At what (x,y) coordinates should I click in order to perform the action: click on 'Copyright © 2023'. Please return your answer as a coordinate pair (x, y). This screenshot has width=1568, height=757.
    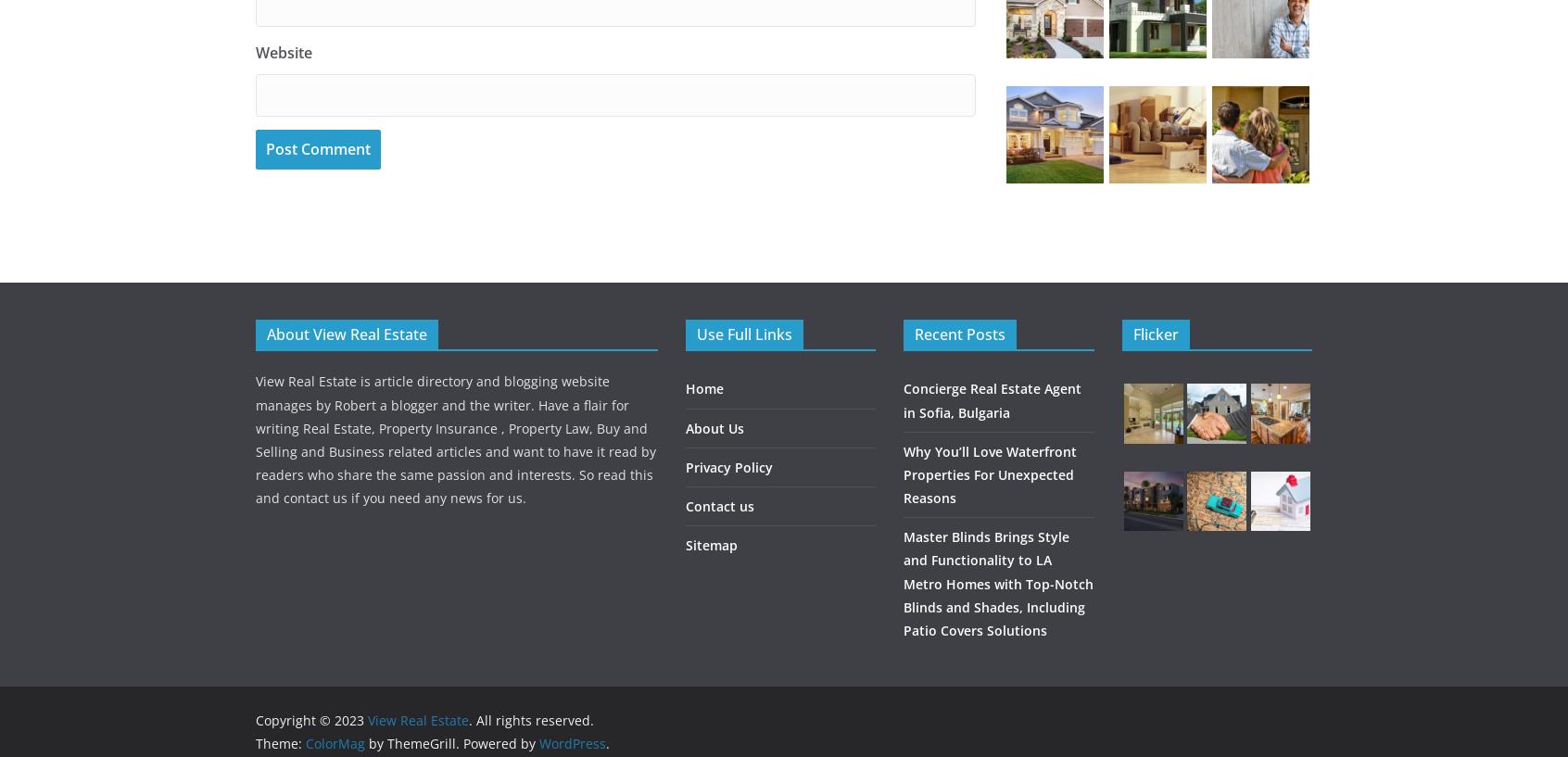
    Looking at the image, I should click on (255, 720).